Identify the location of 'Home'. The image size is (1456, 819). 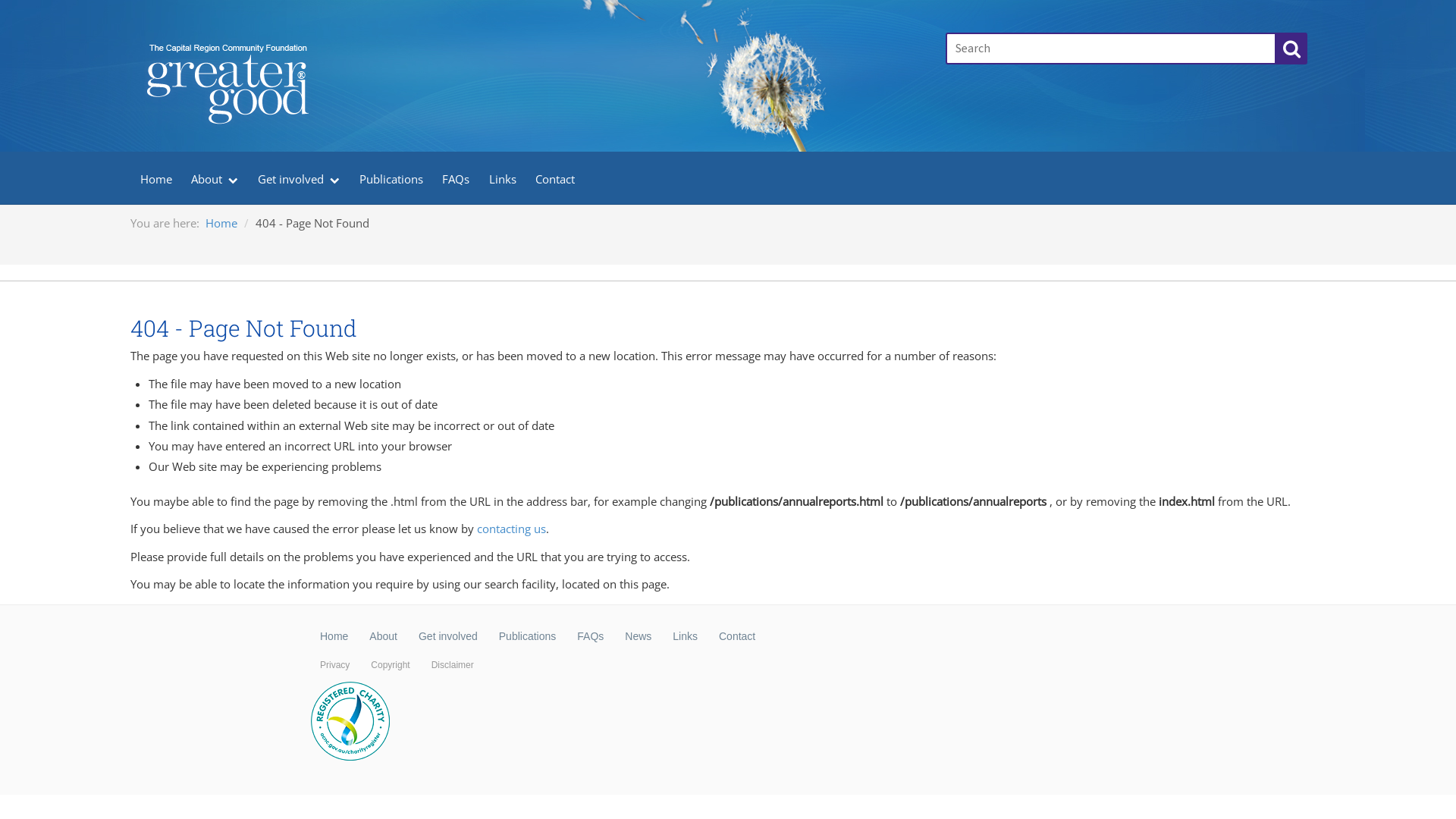
(204, 222).